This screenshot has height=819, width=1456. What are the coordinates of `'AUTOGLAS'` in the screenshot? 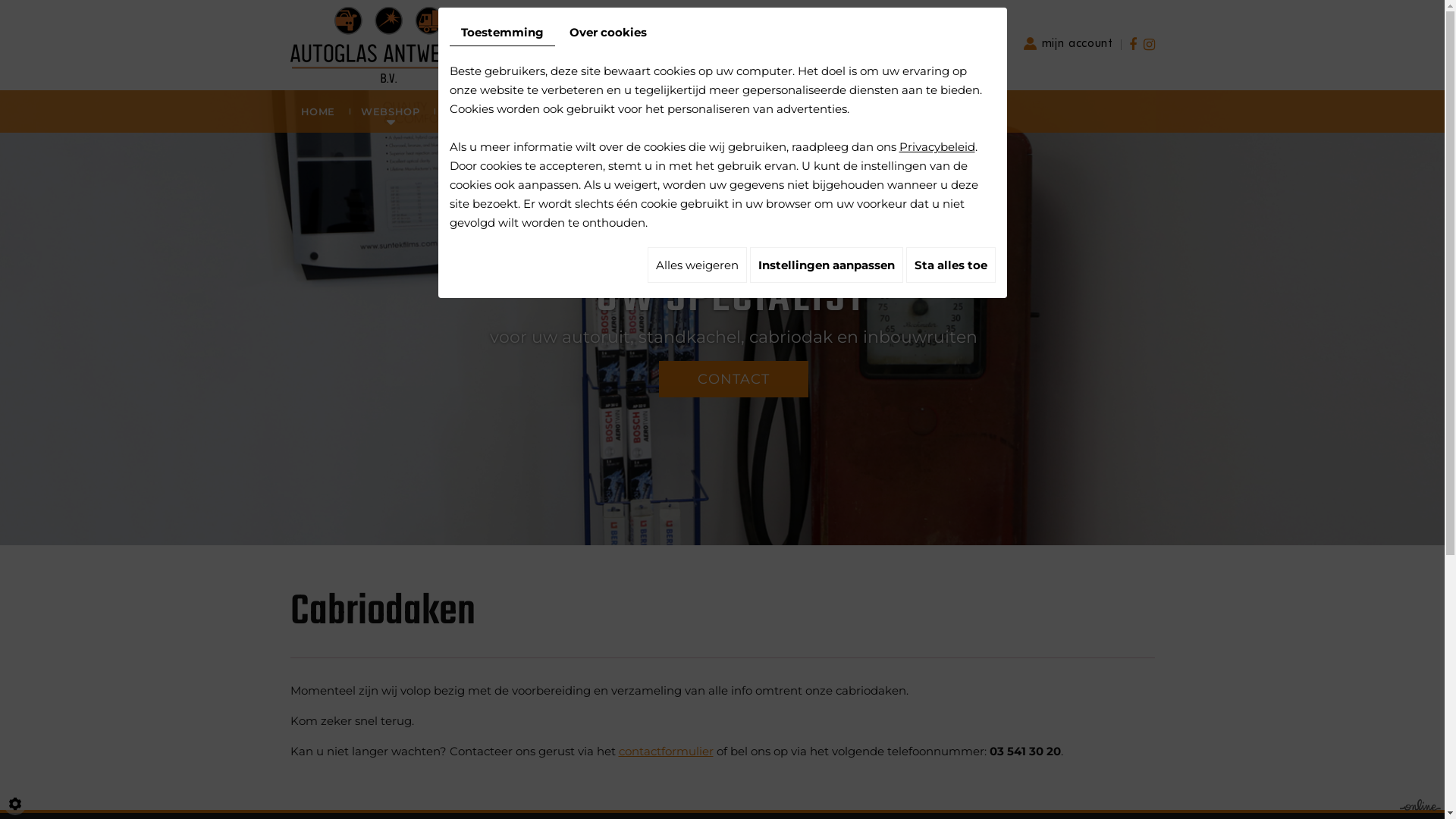 It's located at (475, 110).